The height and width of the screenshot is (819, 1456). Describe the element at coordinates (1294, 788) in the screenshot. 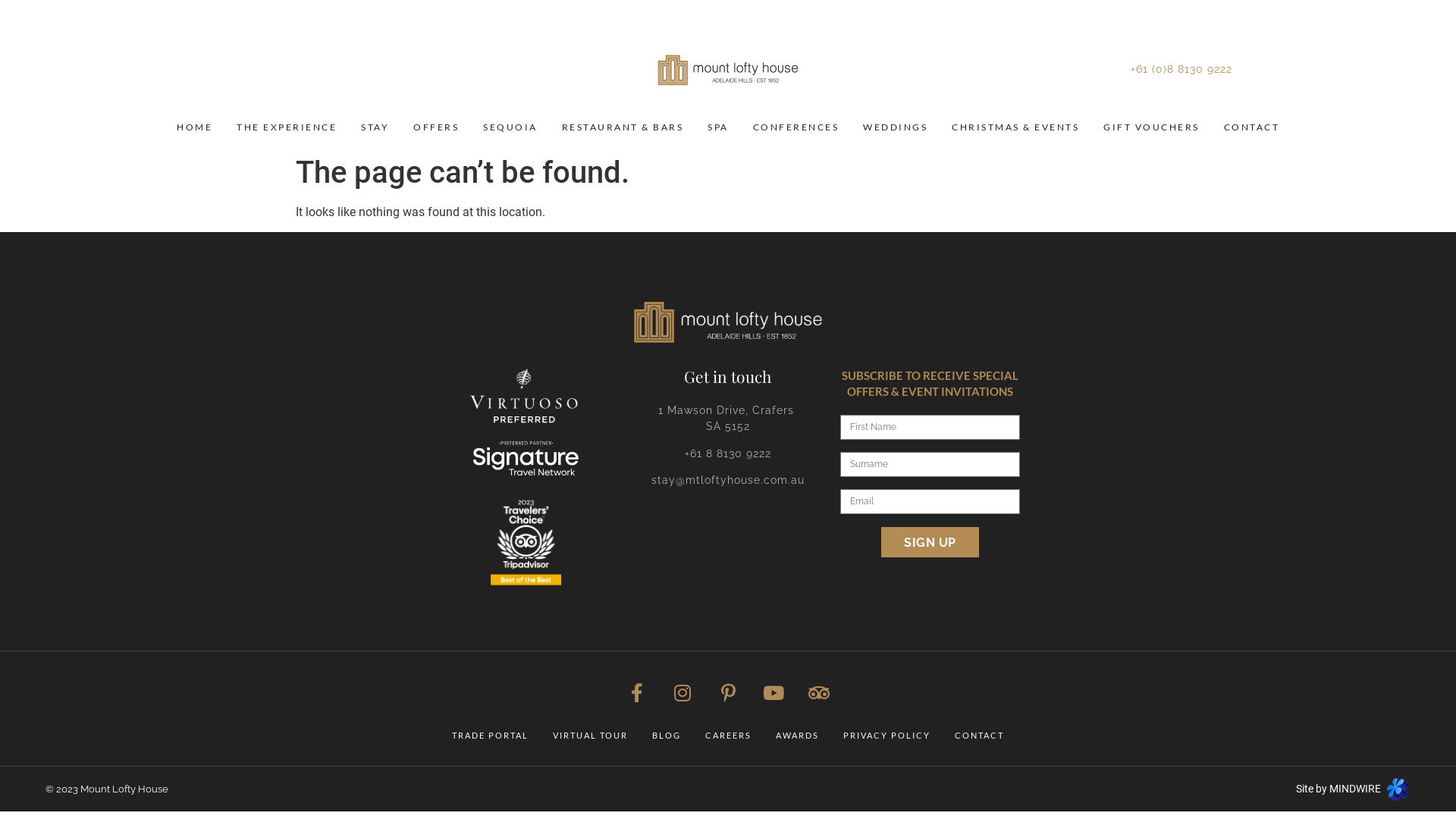

I see `'Site by MINDWIRE'` at that location.